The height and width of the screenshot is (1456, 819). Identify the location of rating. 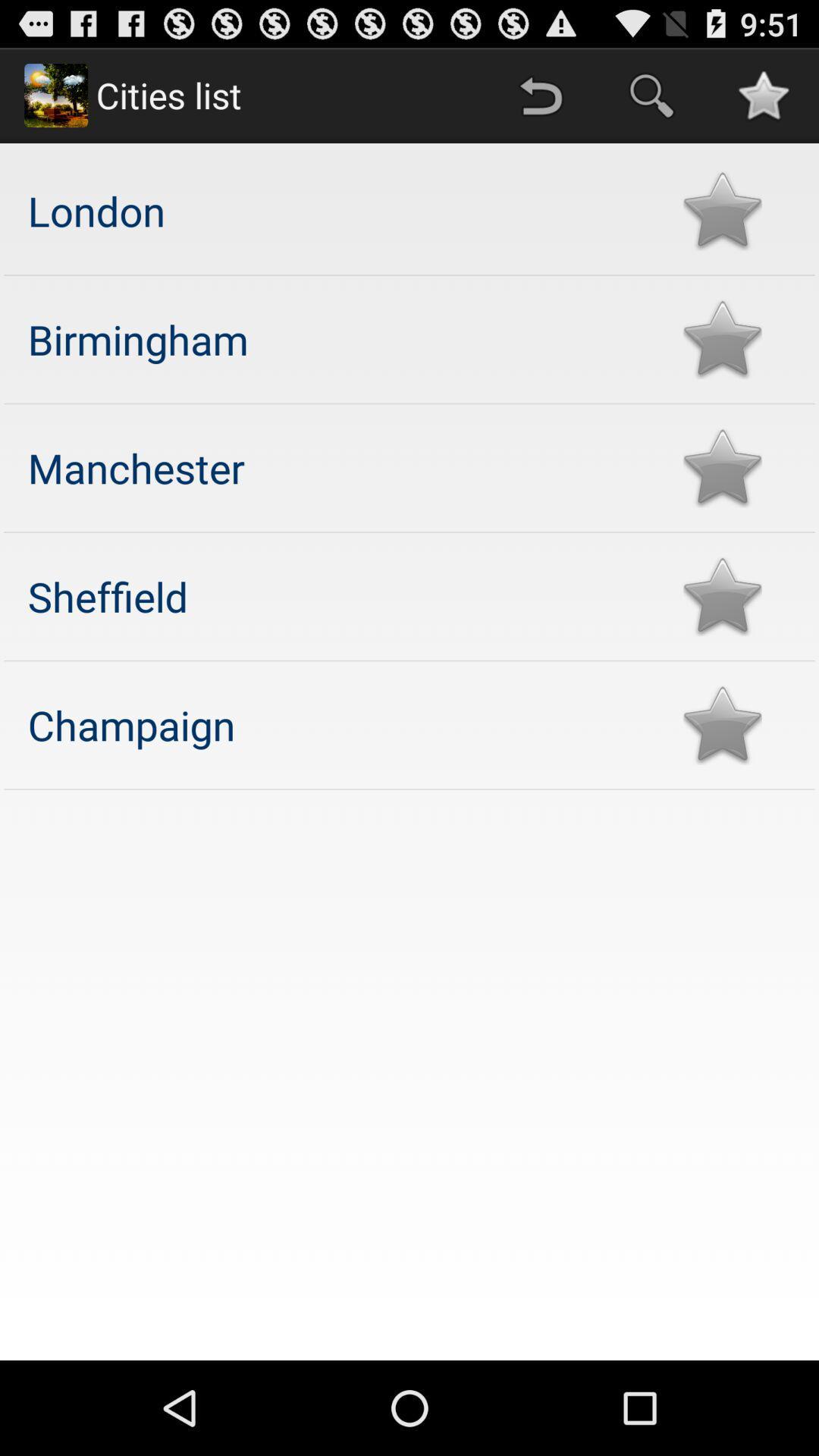
(721, 724).